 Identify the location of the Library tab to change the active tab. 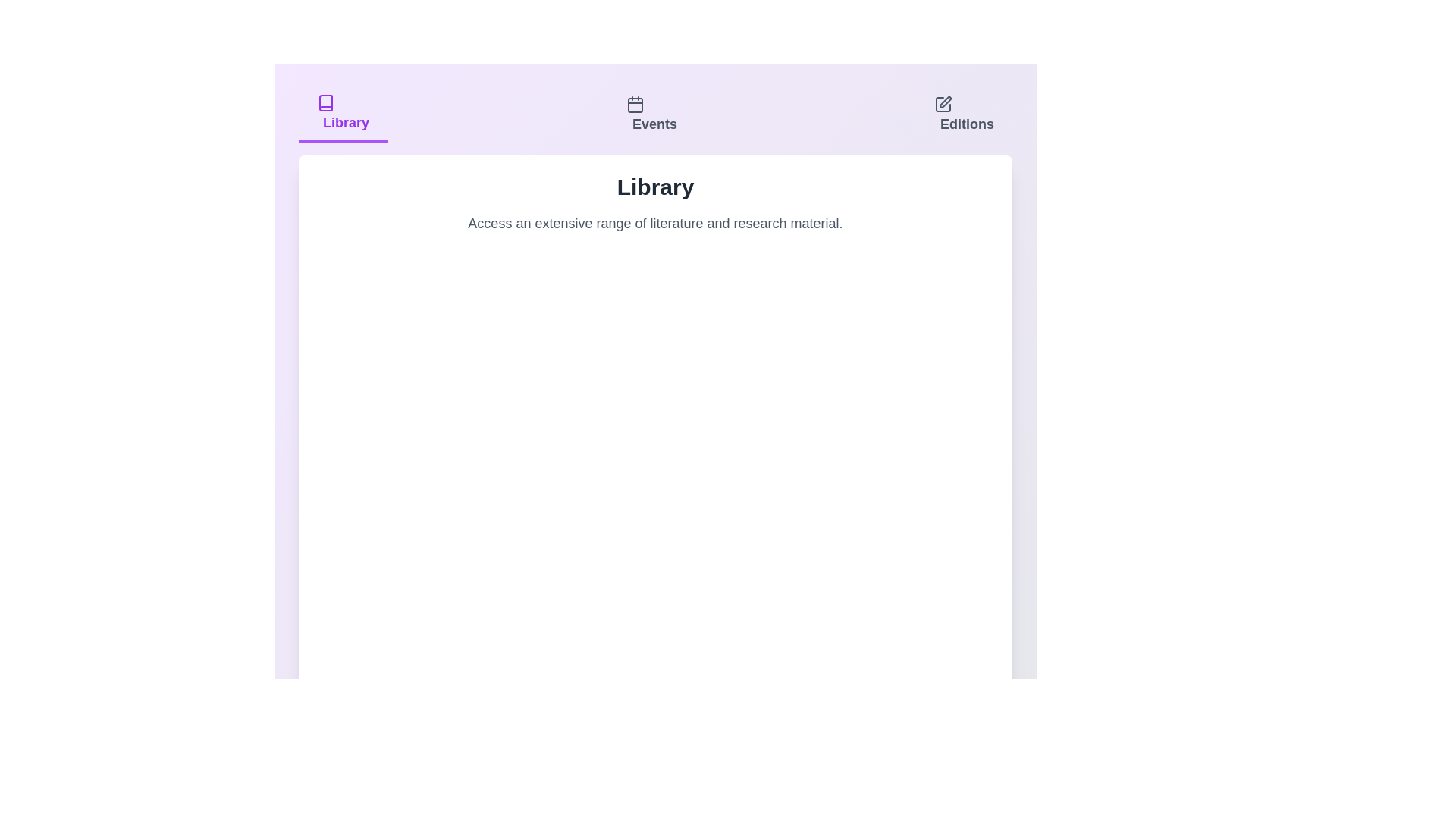
(341, 114).